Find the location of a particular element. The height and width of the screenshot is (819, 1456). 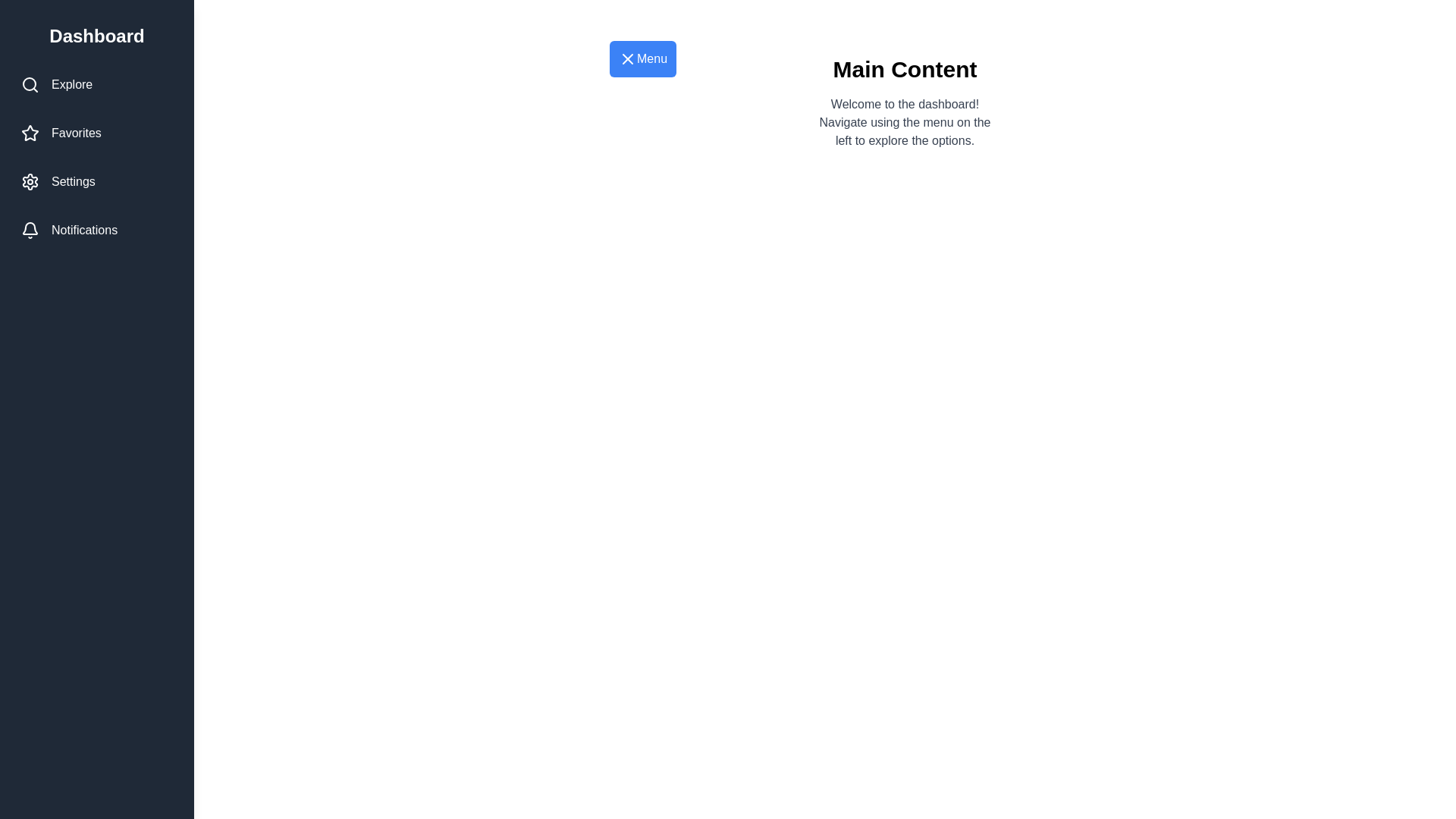

the 'Notifications' button in the vertical sidebar menu, which features a bell icon and white text on a dark blue background, to receive visual feedback is located at coordinates (96, 231).